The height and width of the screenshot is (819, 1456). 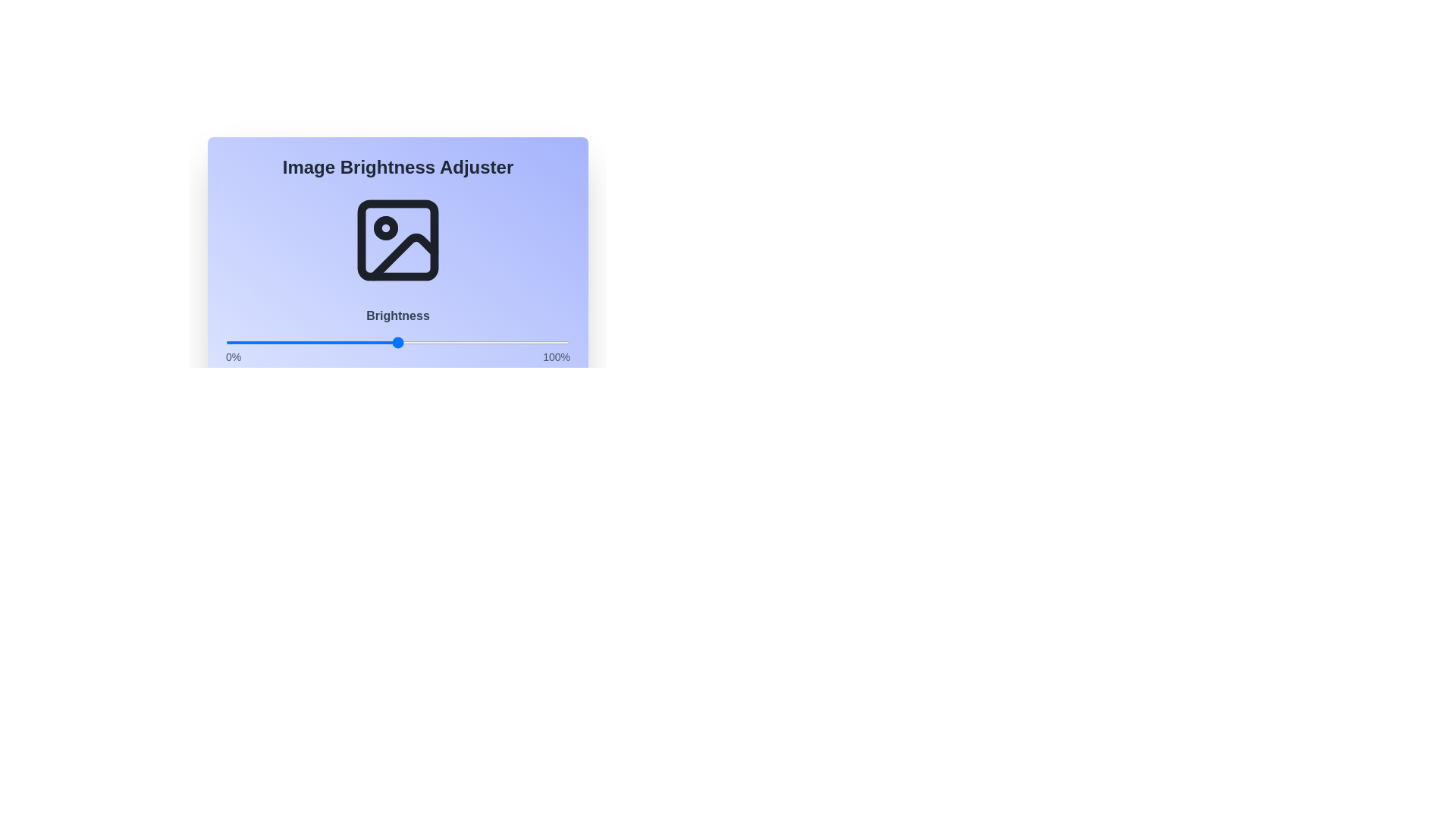 What do you see at coordinates (497, 342) in the screenshot?
I see `the brightness slider to 79%` at bounding box center [497, 342].